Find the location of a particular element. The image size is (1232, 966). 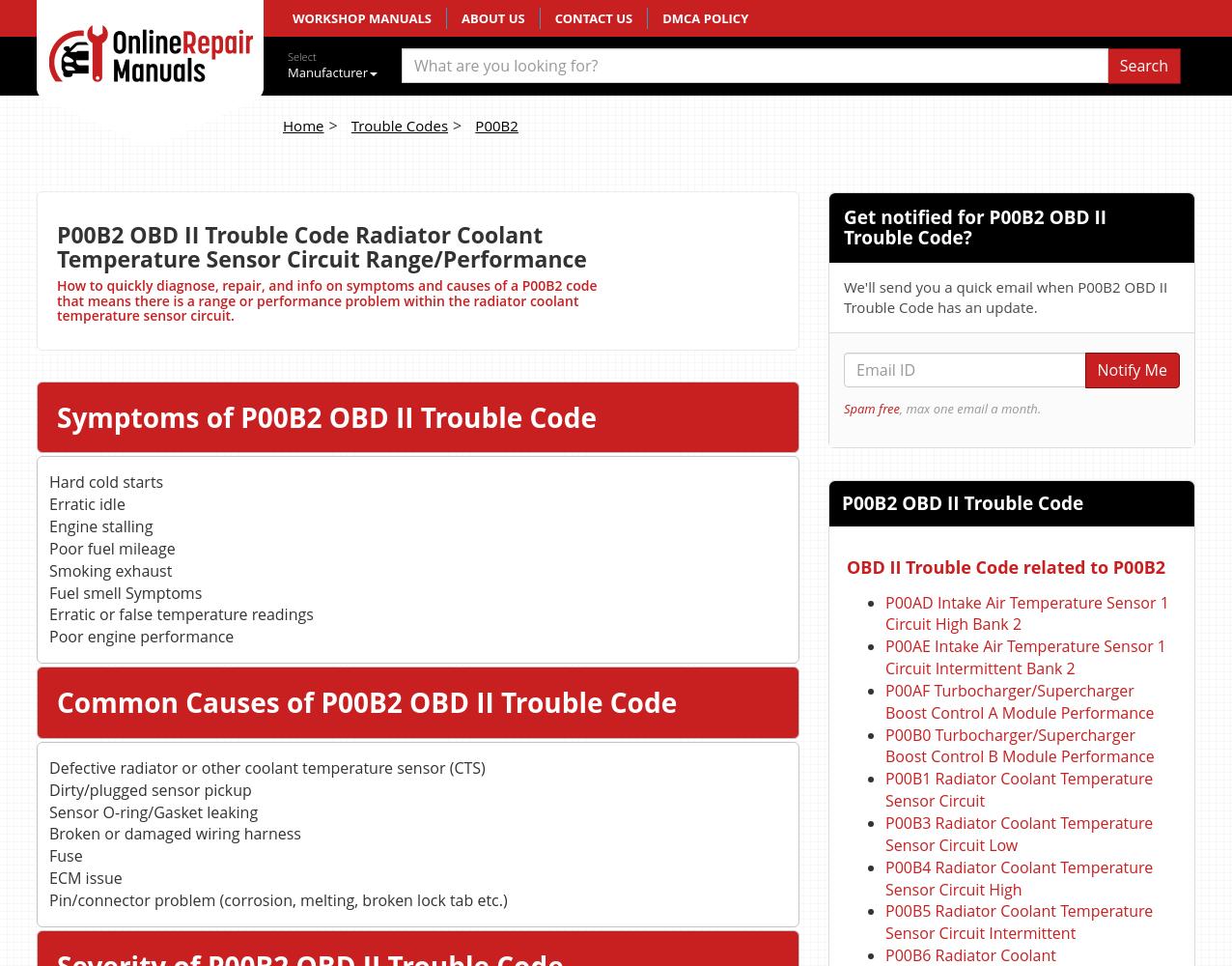

'Select' is located at coordinates (286, 56).